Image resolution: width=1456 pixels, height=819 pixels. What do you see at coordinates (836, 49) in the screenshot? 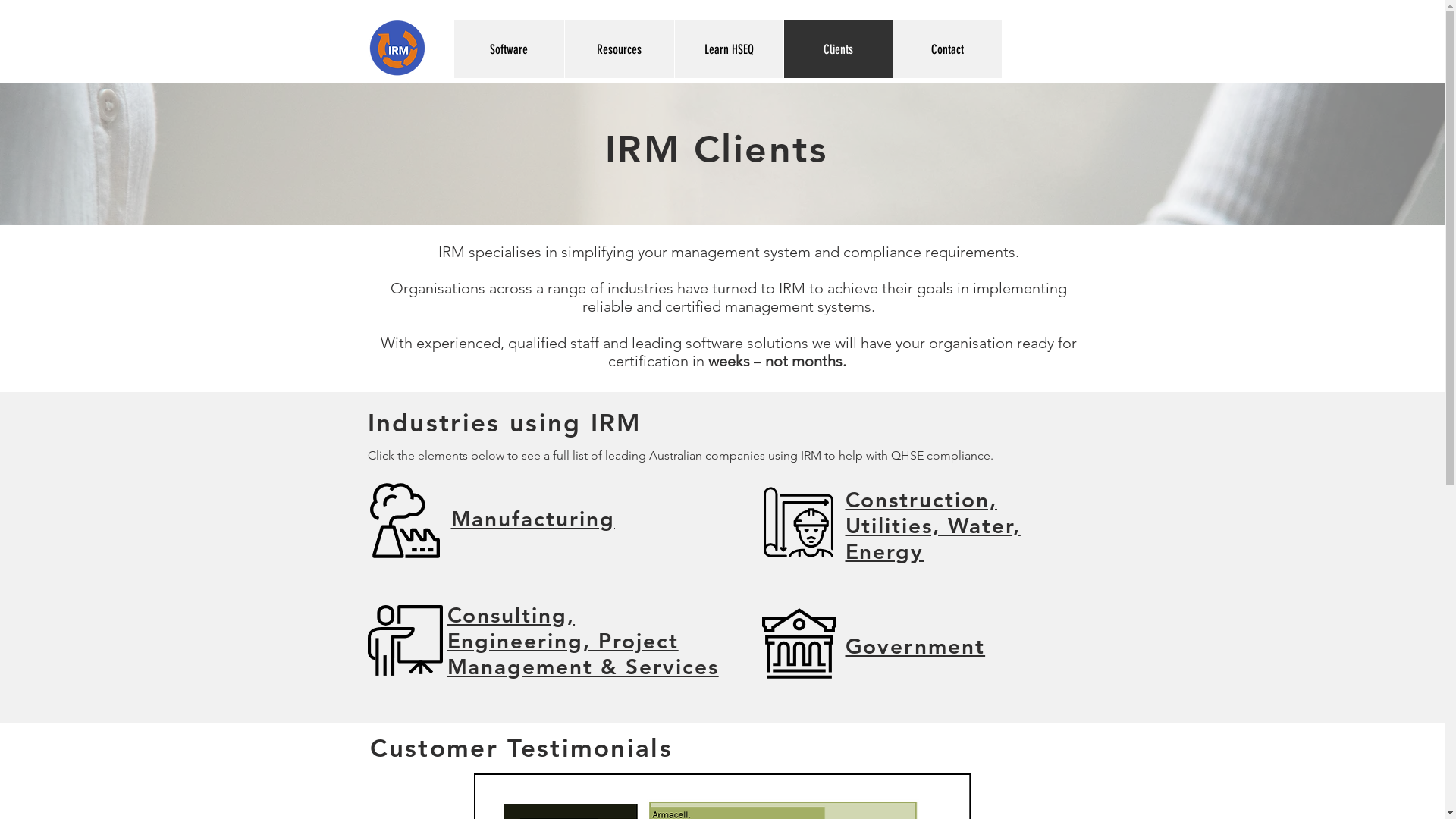
I see `'Clients'` at bounding box center [836, 49].